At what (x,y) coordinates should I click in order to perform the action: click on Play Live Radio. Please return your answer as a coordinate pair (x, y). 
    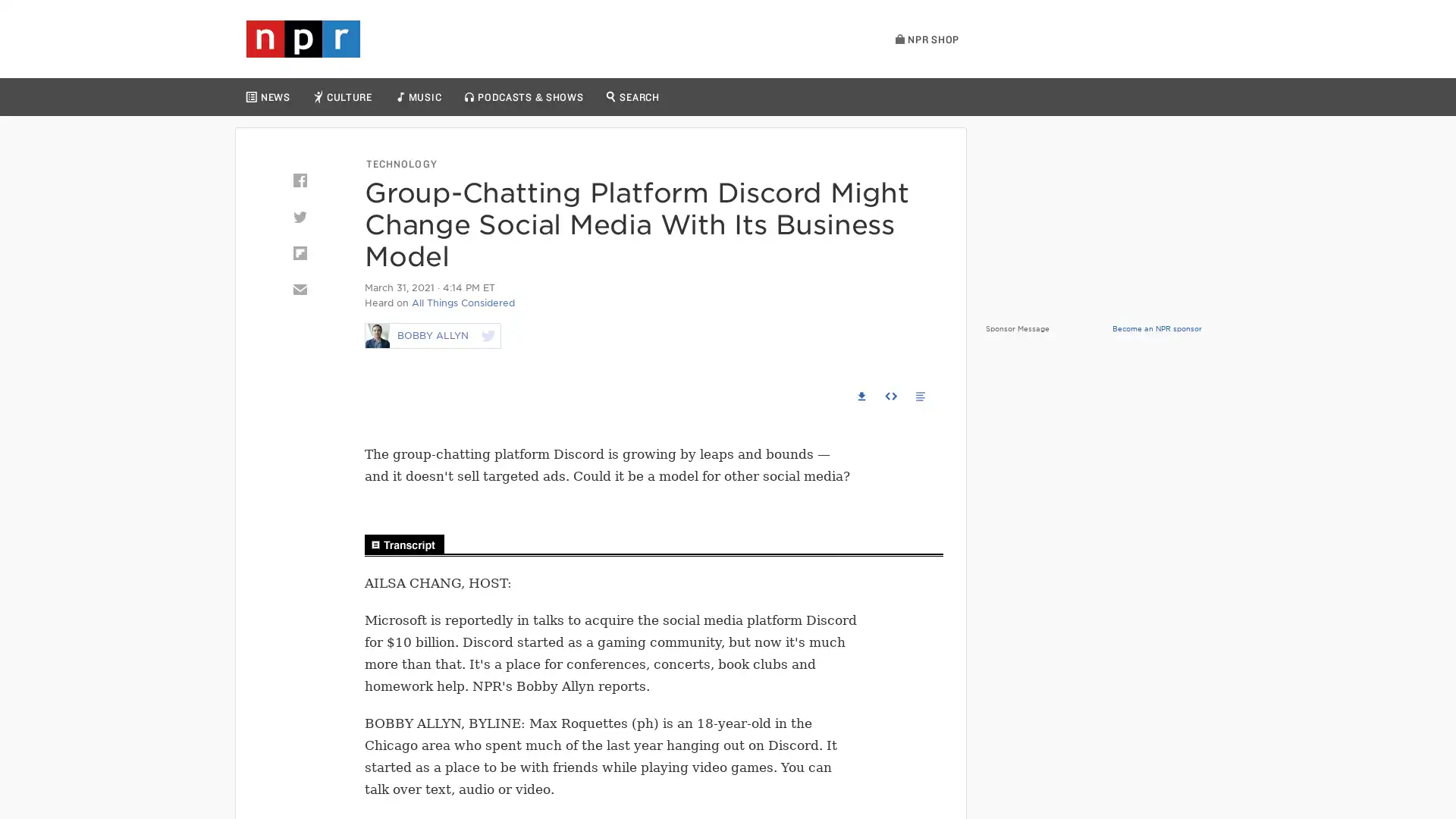
    Looking at the image, I should click on (1094, 43).